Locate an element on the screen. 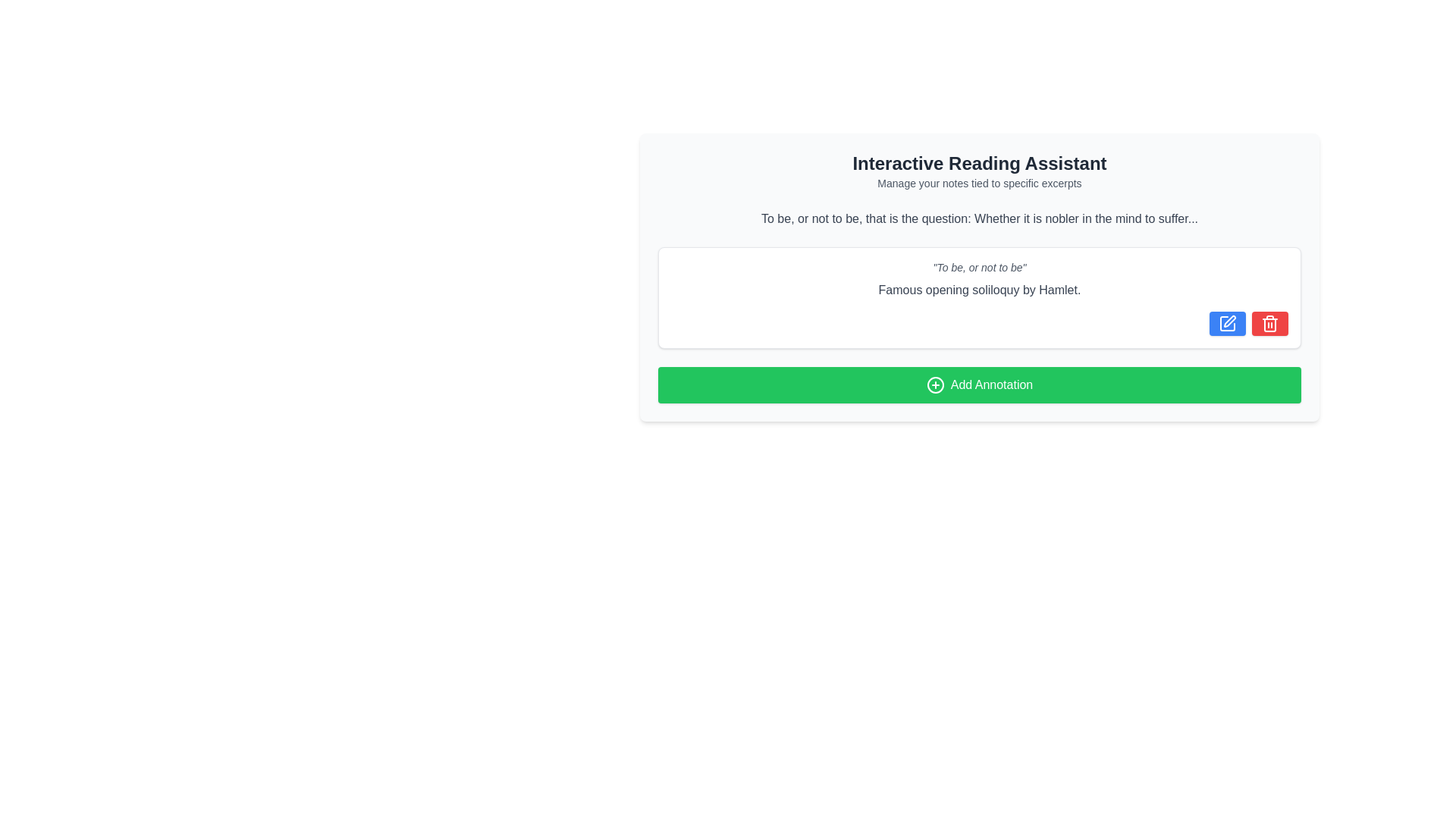 This screenshot has height=819, width=1456. the circular '+' icon located on the left side of the 'Add Annotation' green button to interact with it is located at coordinates (934, 384).